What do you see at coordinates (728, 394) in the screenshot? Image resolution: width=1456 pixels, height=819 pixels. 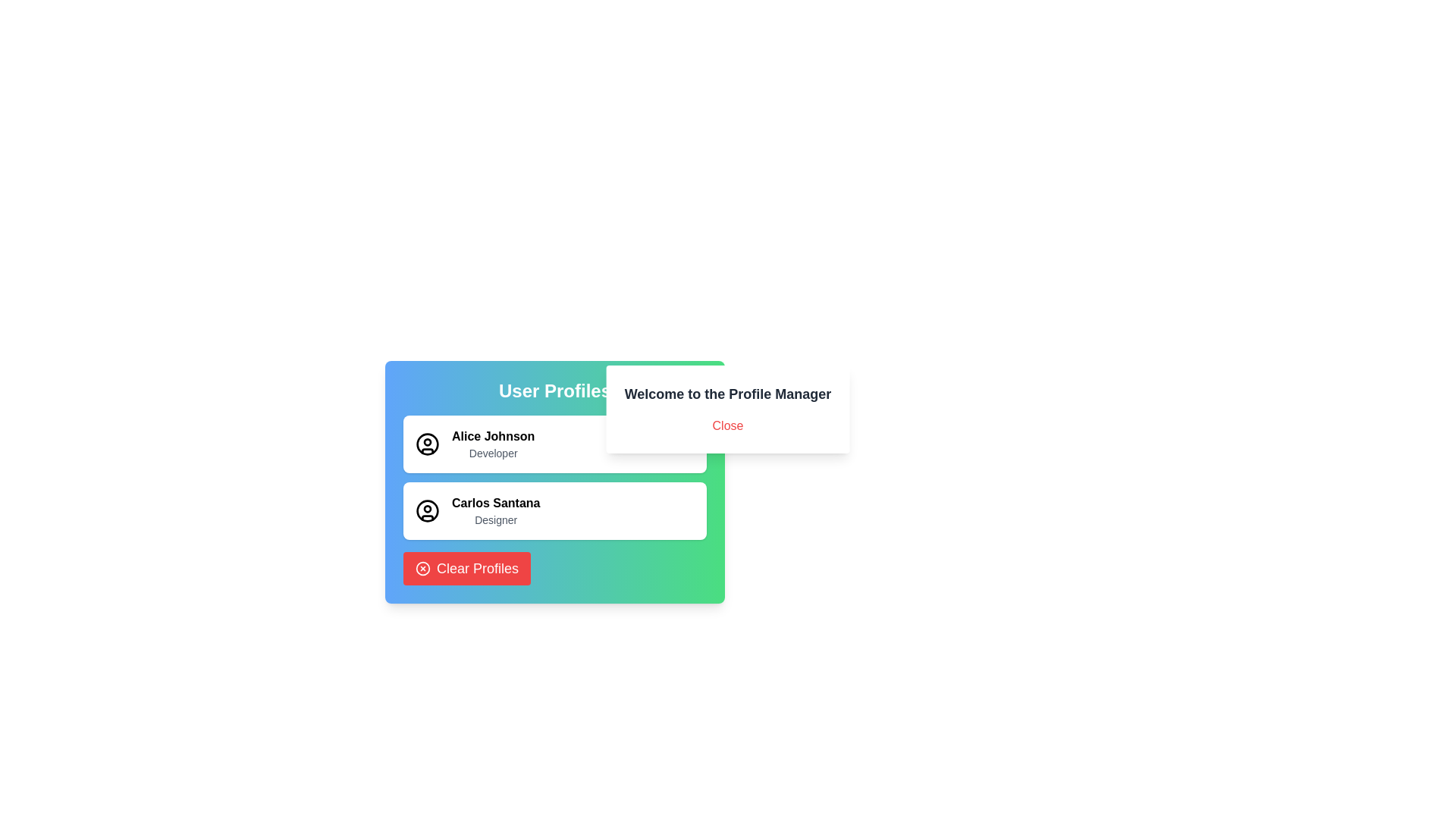 I see `the 'Welcome to the Profile Manager' text label, which is prominently displayed in a bold, large font within a centered modal box` at bounding box center [728, 394].